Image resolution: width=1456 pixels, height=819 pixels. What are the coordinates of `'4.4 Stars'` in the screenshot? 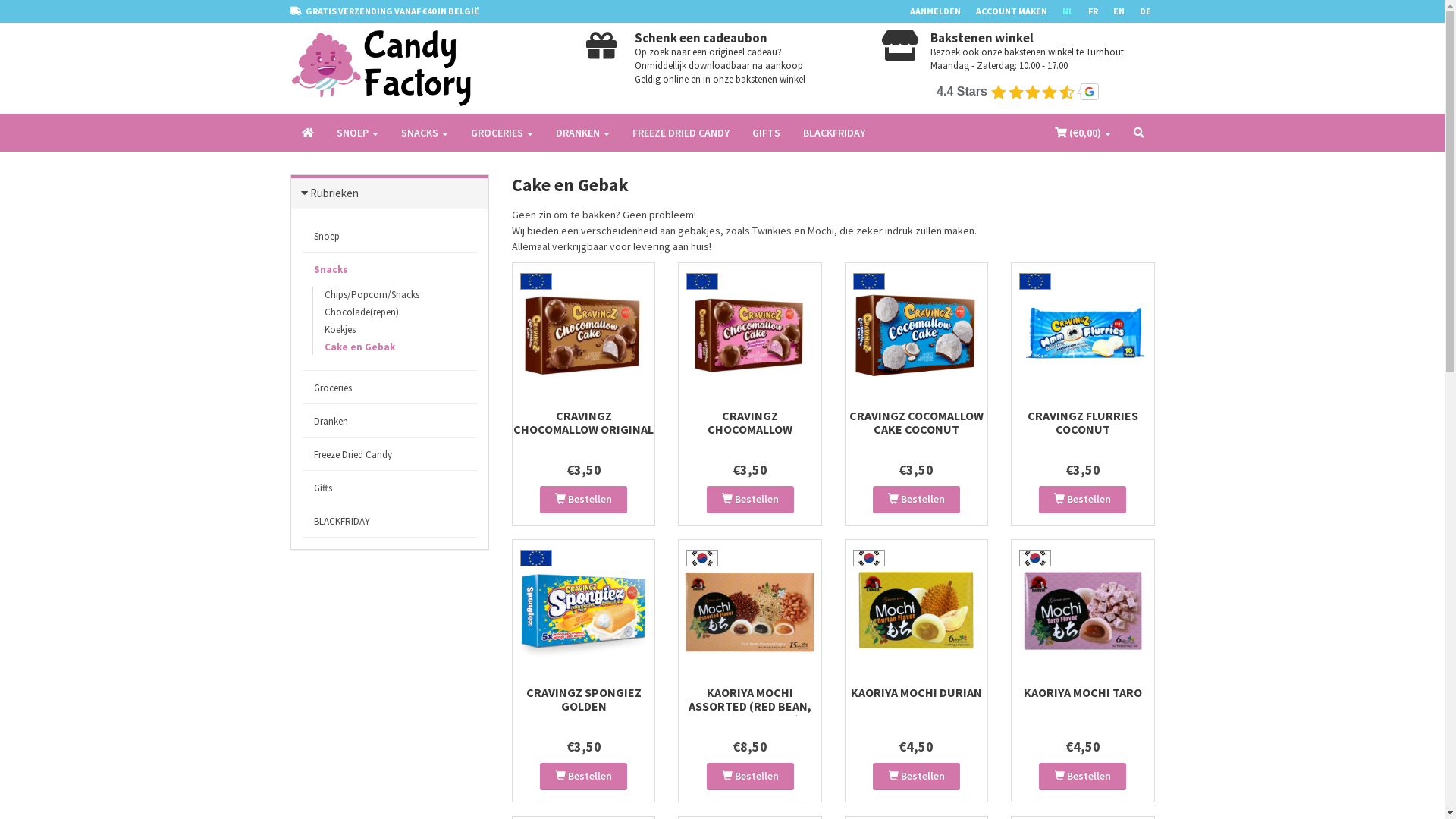 It's located at (1018, 91).